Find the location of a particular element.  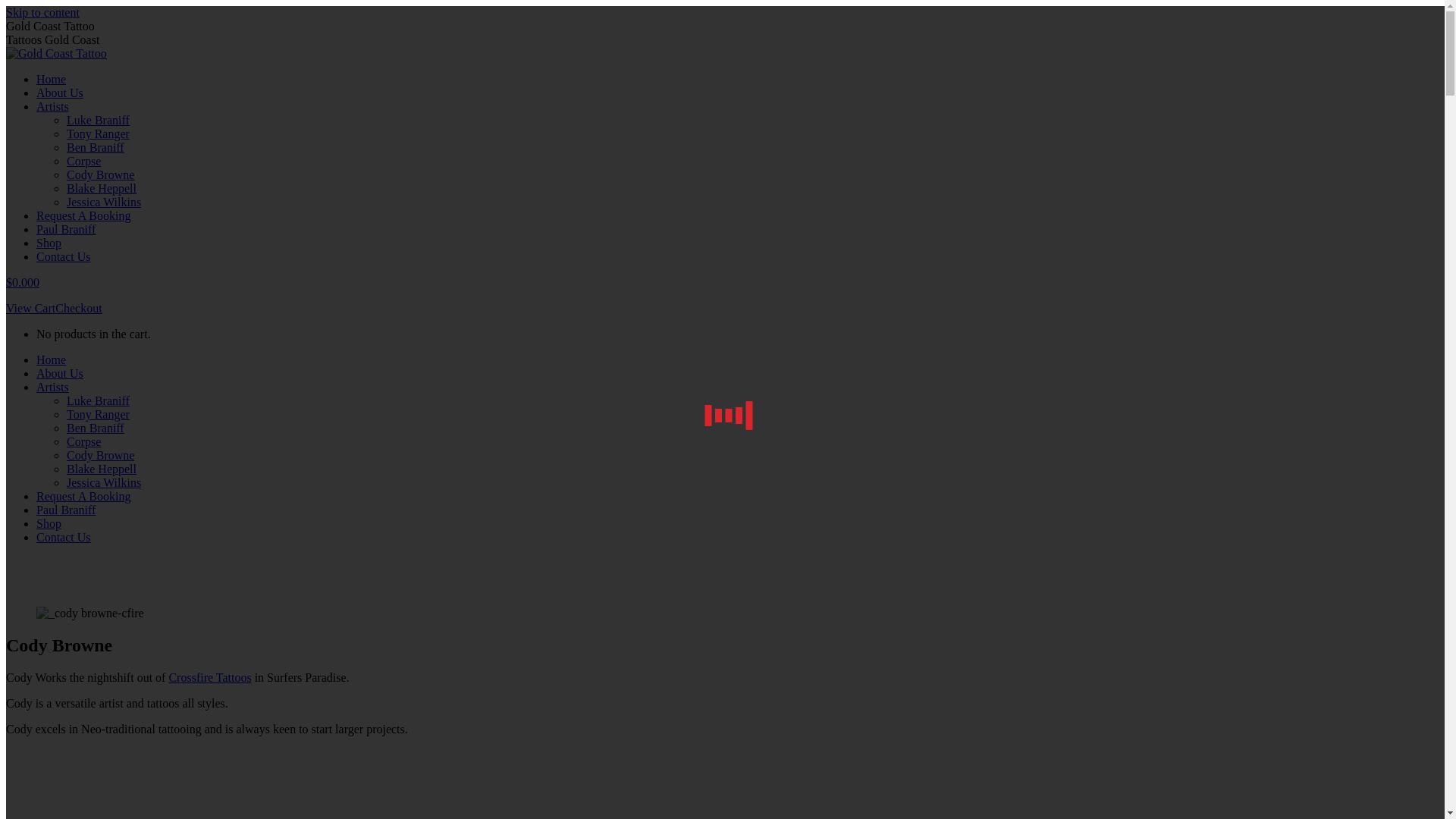

'Checkout' is located at coordinates (77, 307).